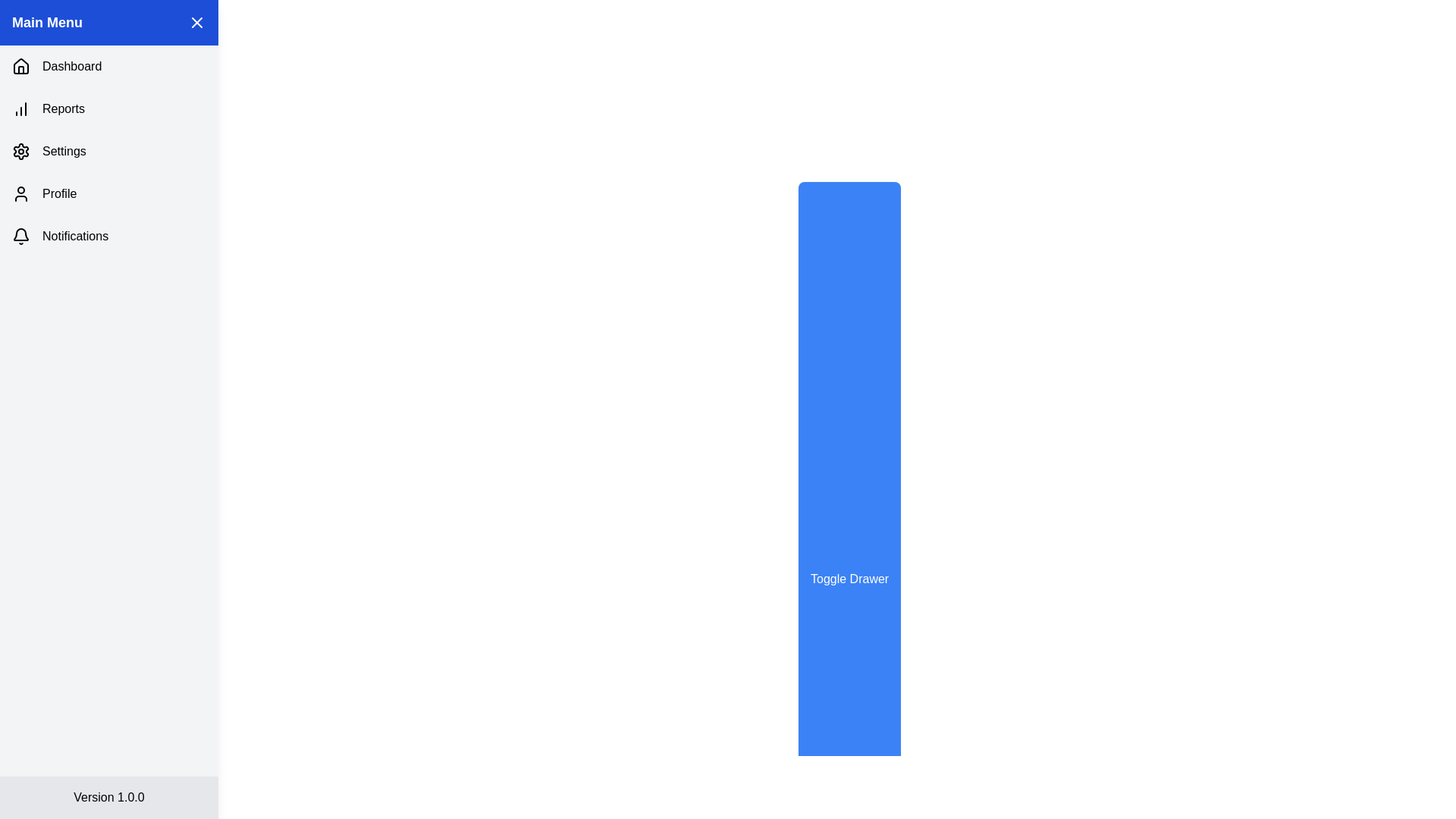 The width and height of the screenshot is (1456, 819). Describe the element at coordinates (196, 23) in the screenshot. I see `the close button located at the top-right corner of the blue header bar` at that location.